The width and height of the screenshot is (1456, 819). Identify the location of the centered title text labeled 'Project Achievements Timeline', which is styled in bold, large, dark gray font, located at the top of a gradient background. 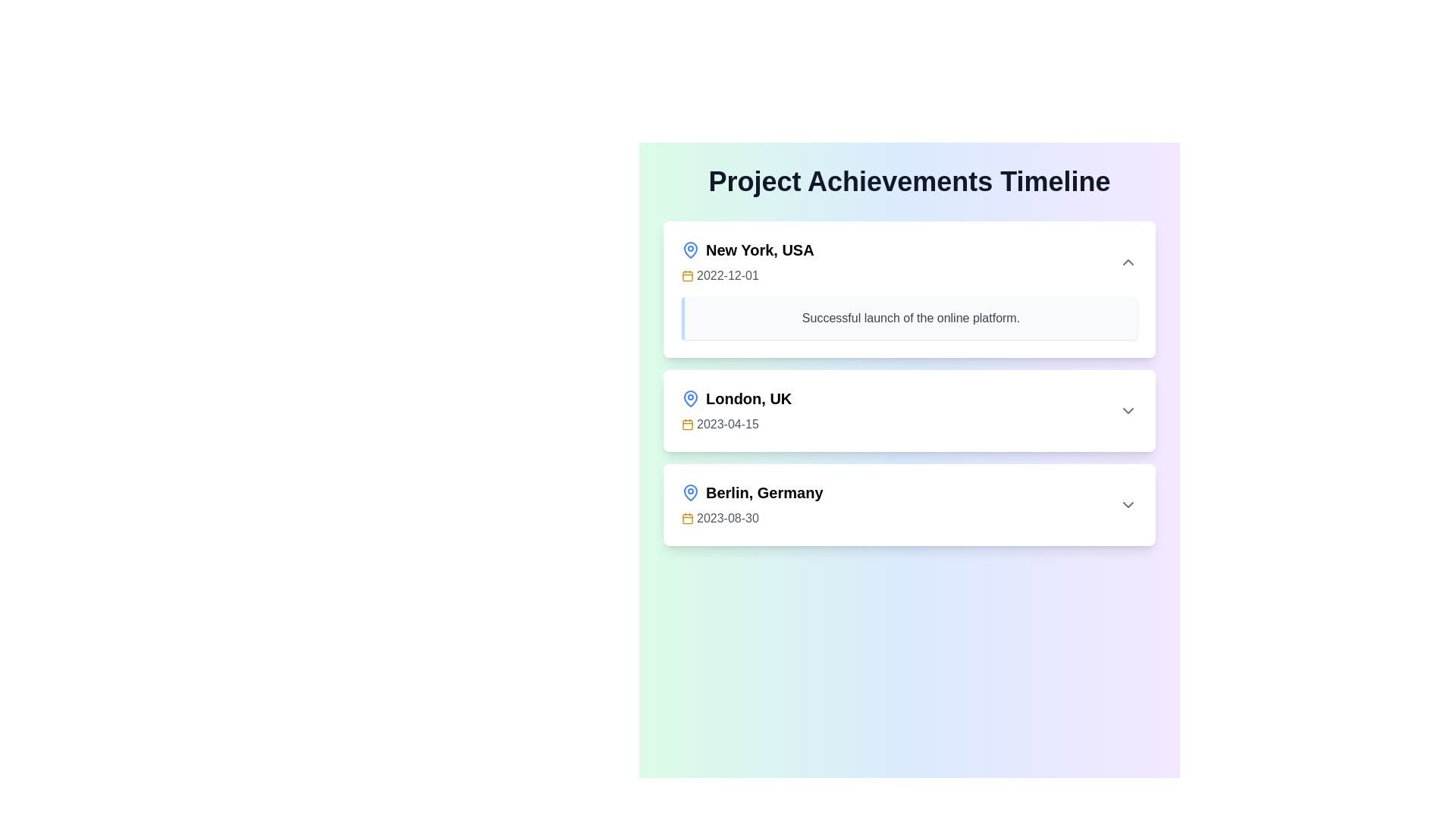
(909, 180).